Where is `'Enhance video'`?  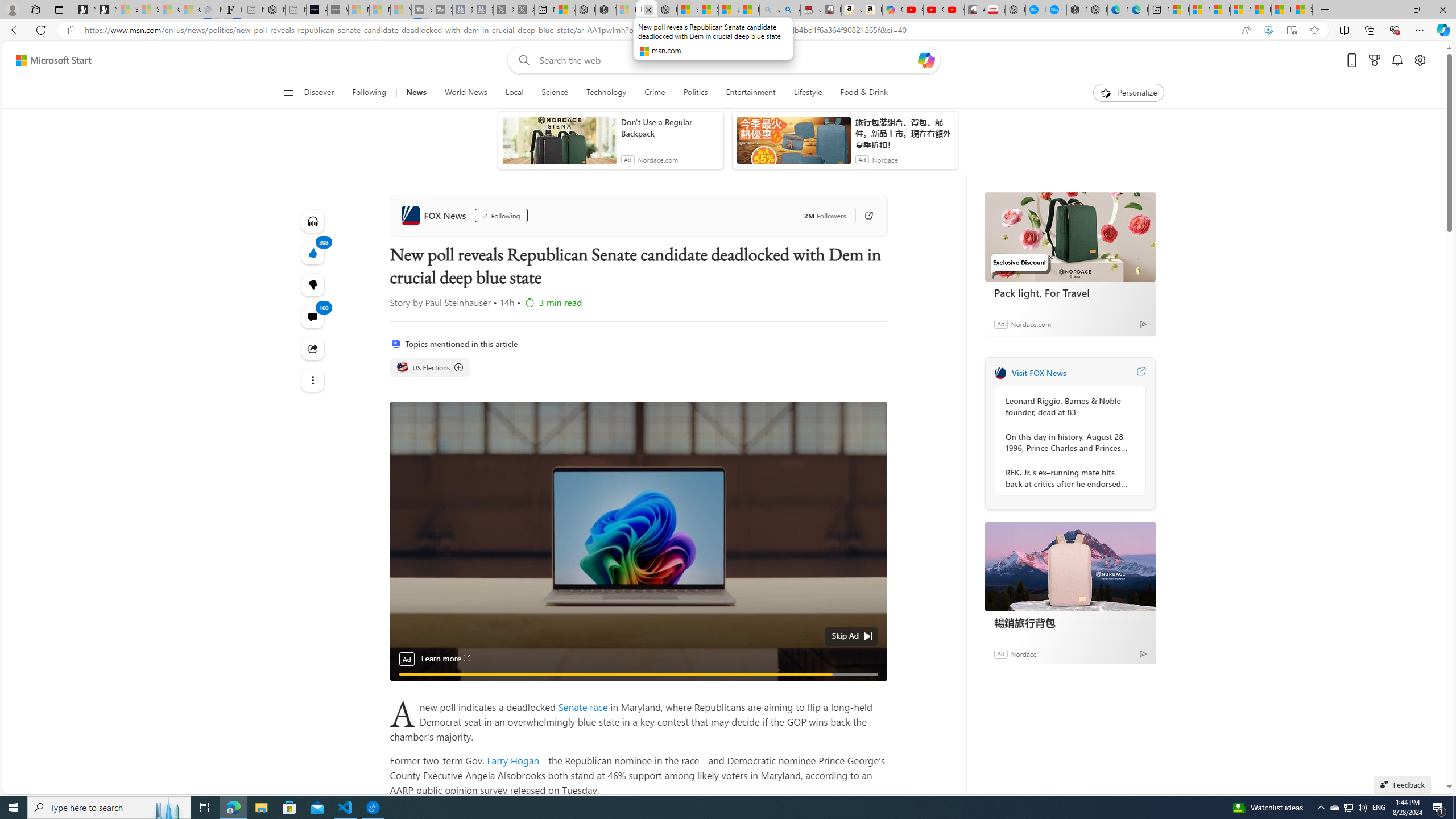
'Enhance video' is located at coordinates (1268, 30).